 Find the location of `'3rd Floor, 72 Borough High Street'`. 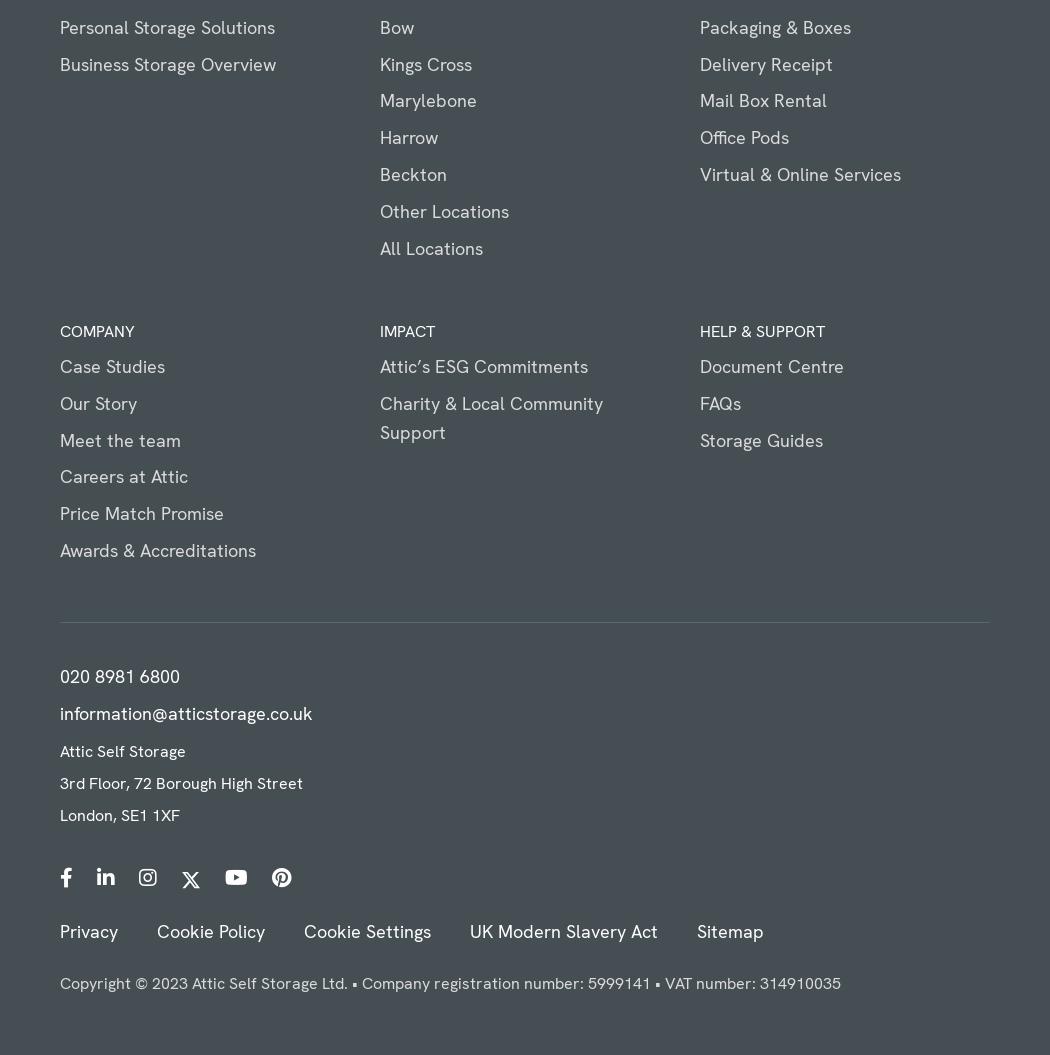

'3rd Floor, 72 Borough High Street' is located at coordinates (58, 782).